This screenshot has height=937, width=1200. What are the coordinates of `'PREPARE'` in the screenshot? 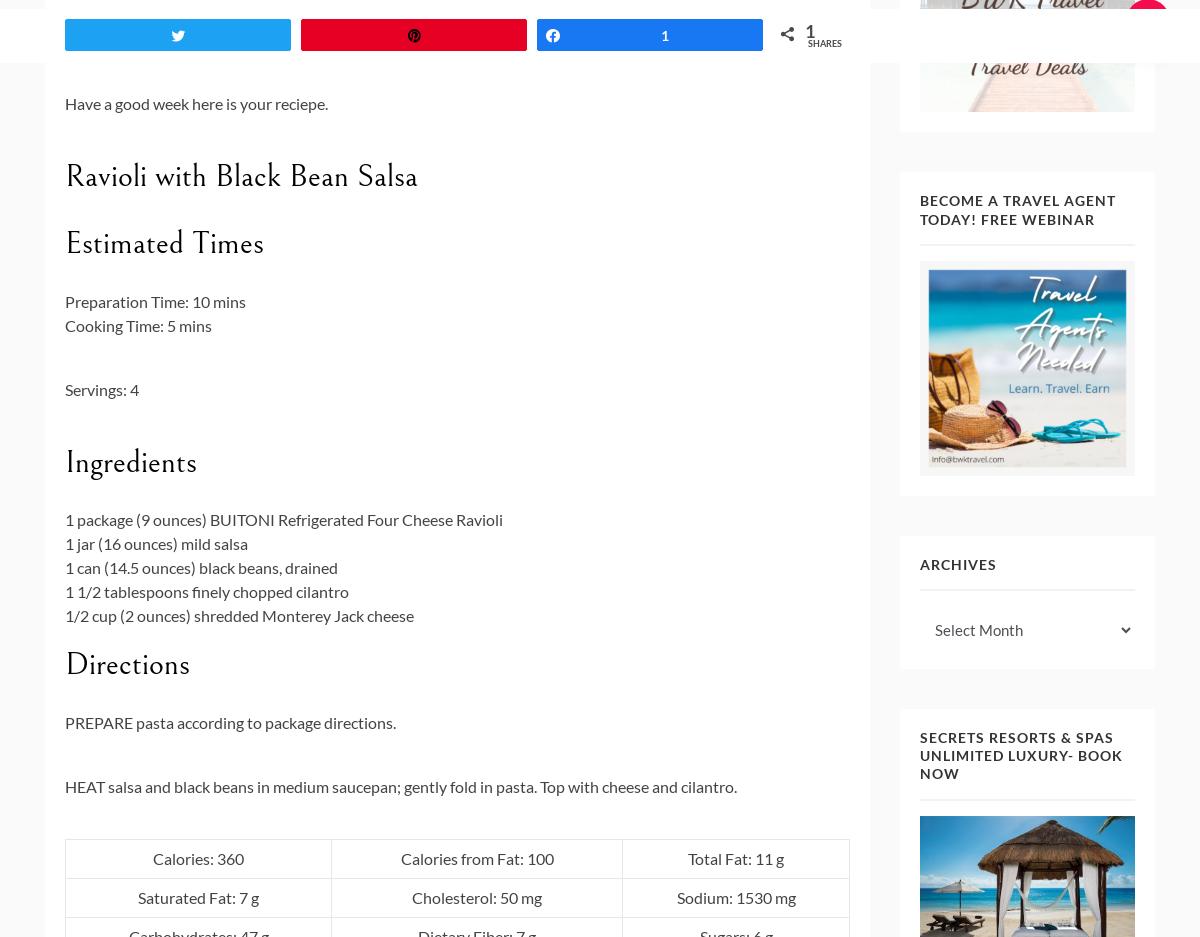 It's located at (65, 720).